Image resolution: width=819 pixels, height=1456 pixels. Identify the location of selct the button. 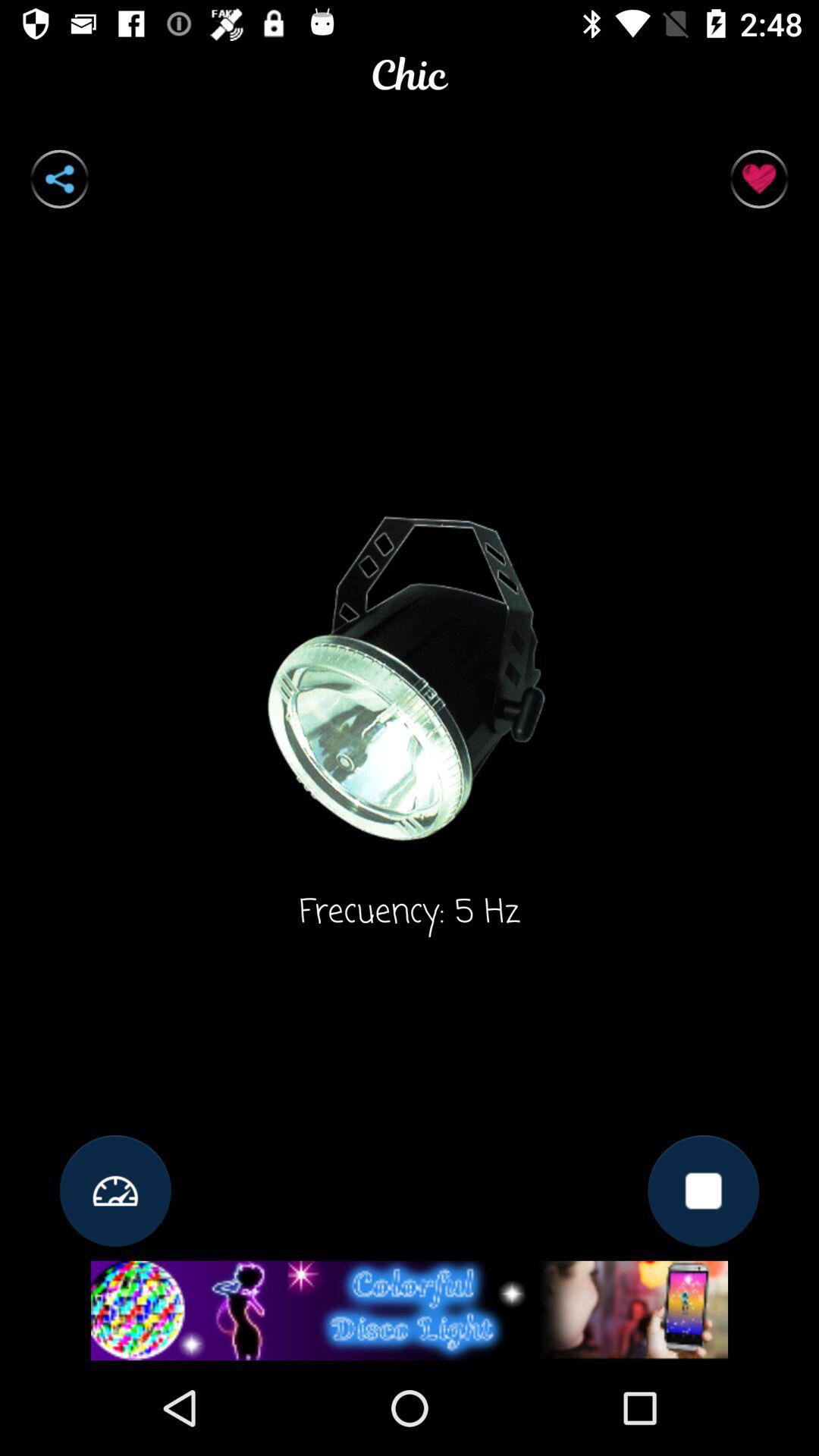
(759, 179).